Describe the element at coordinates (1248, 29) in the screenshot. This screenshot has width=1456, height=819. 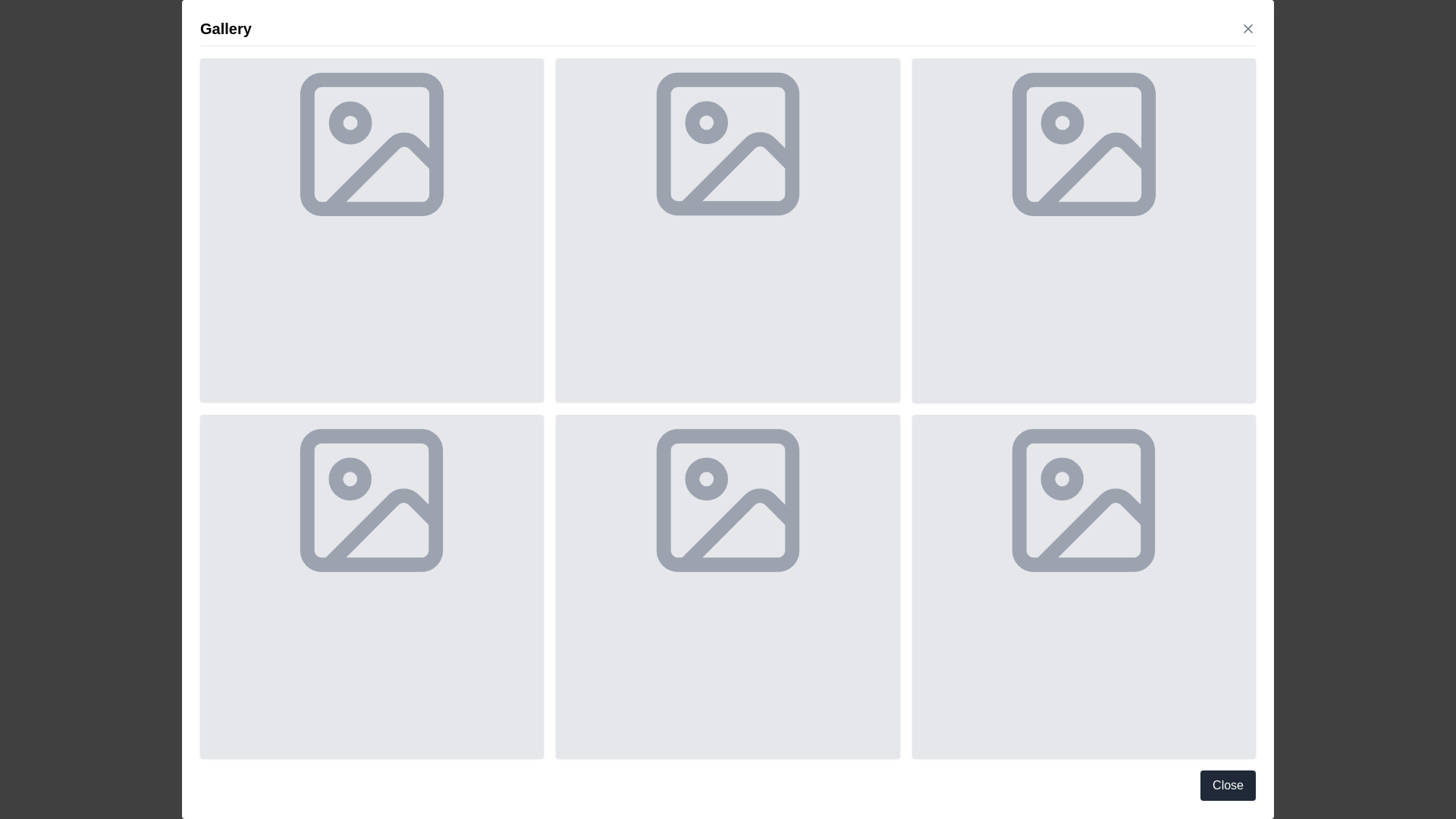
I see `the small close button represented by an 'X' icon in the top-right corner of the modal header to trigger the interactive hover effect that changes its color to red` at that location.